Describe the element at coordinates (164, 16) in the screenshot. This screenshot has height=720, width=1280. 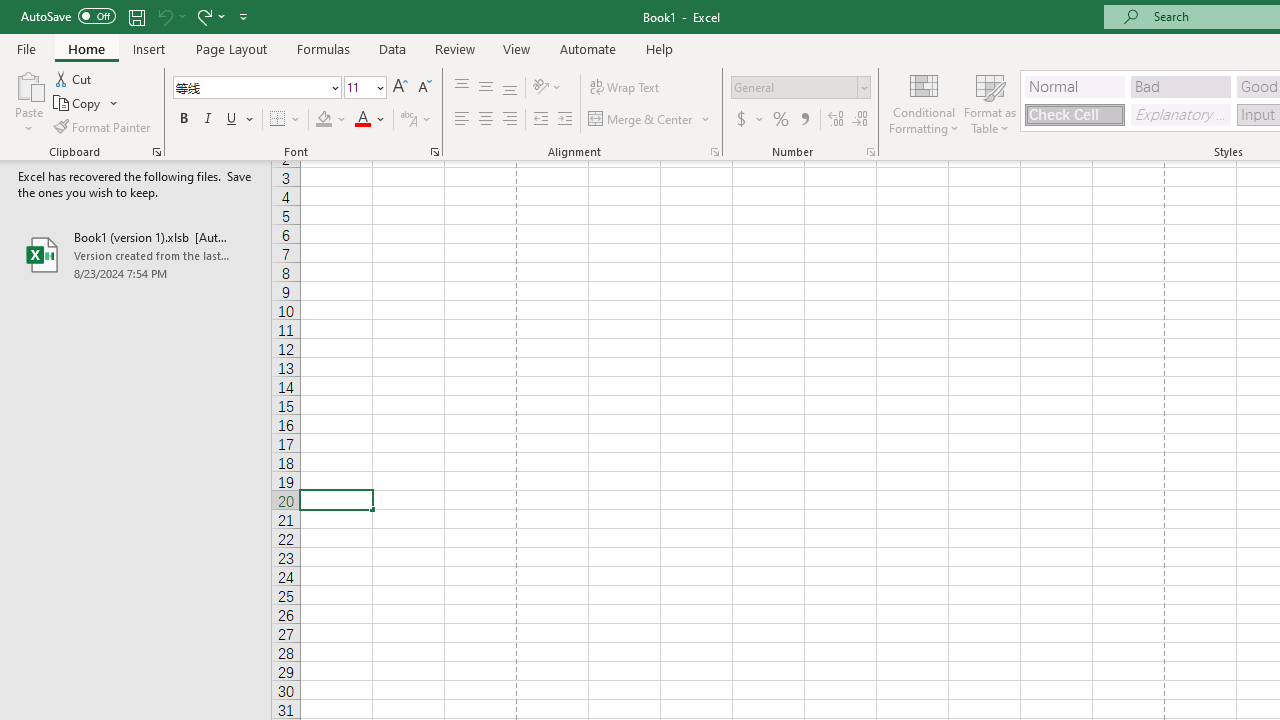
I see `'Undo'` at that location.